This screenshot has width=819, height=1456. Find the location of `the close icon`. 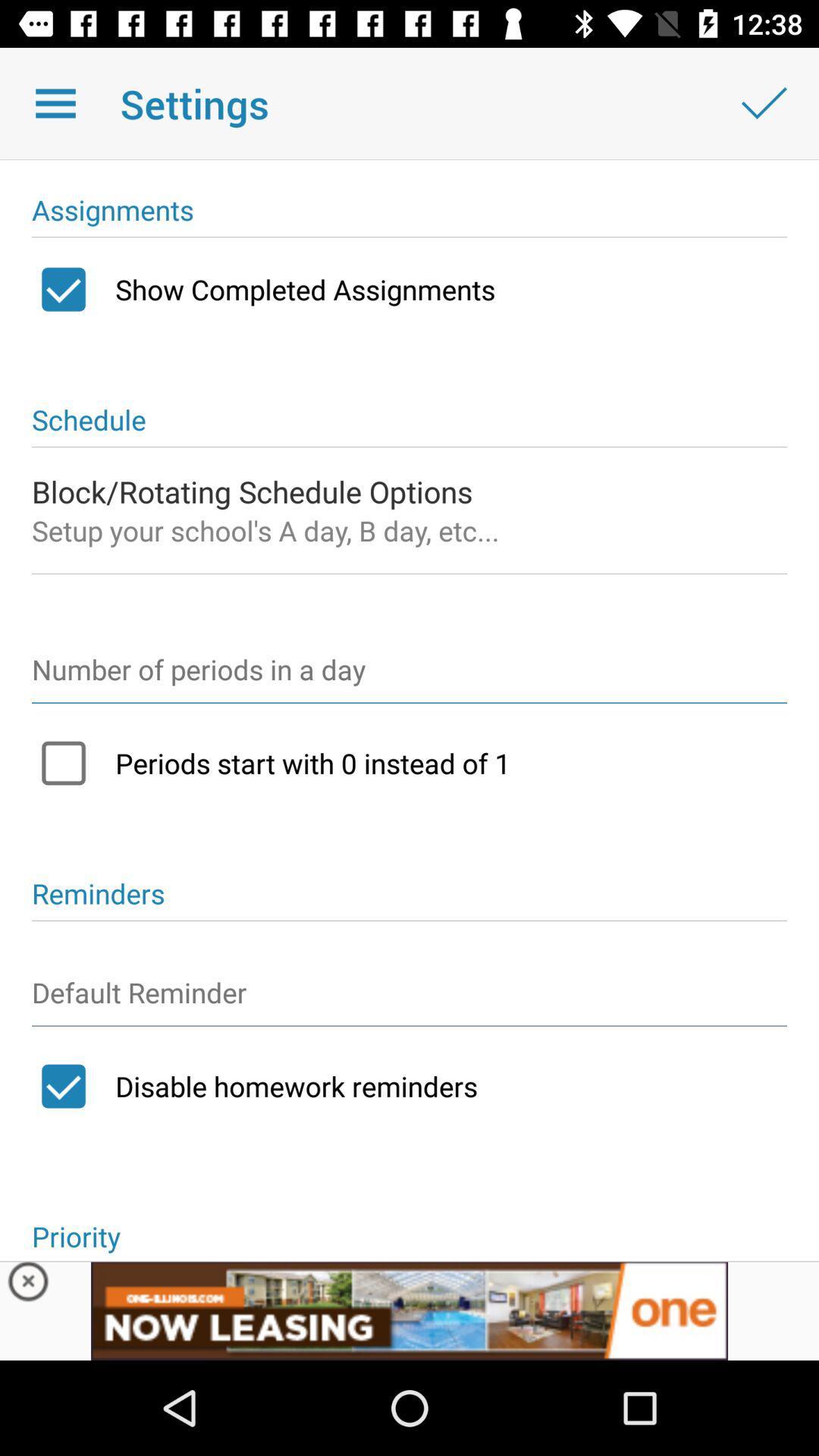

the close icon is located at coordinates (28, 1285).